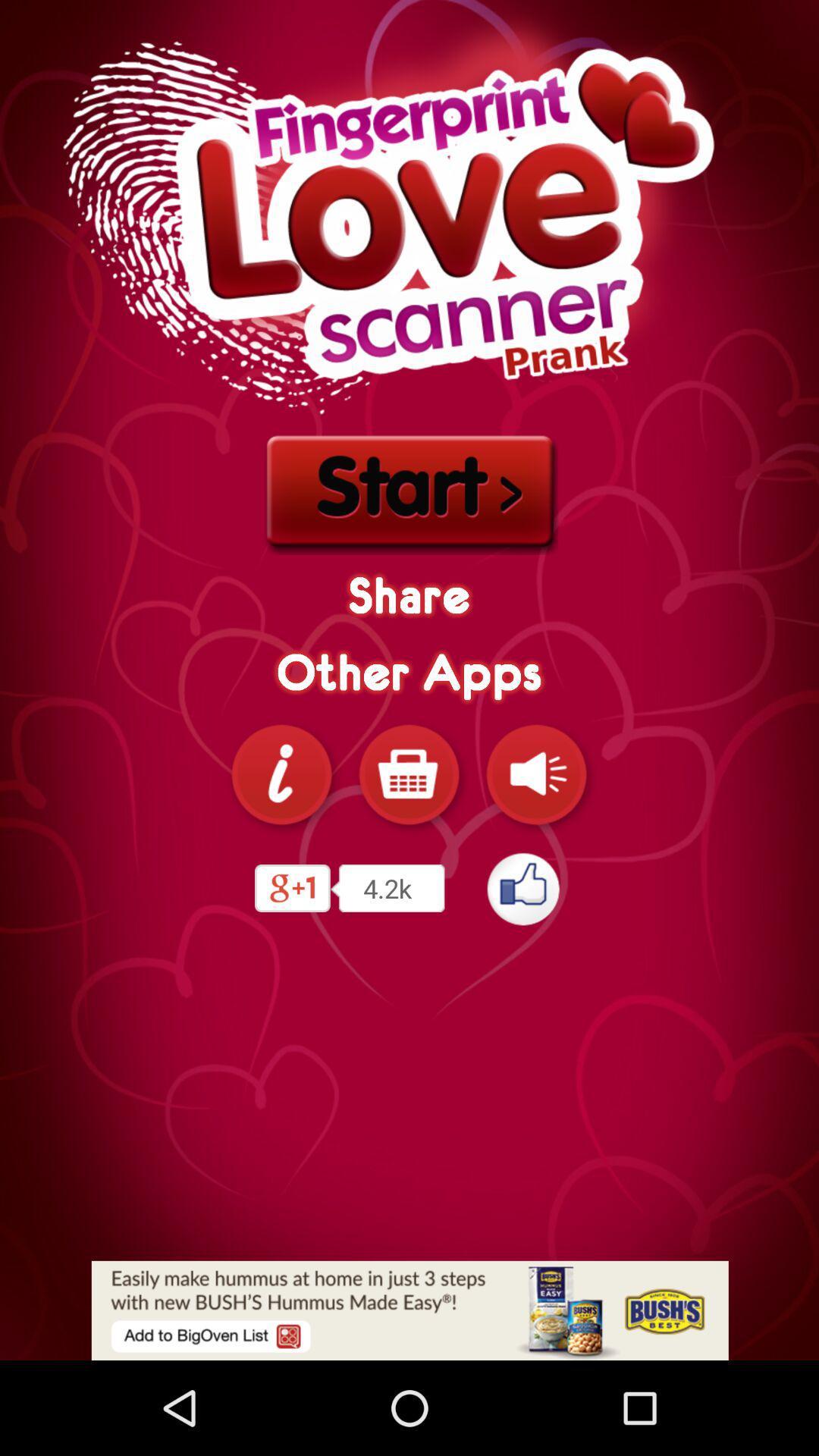 This screenshot has height=1456, width=819. Describe the element at coordinates (523, 888) in the screenshot. I see `like` at that location.